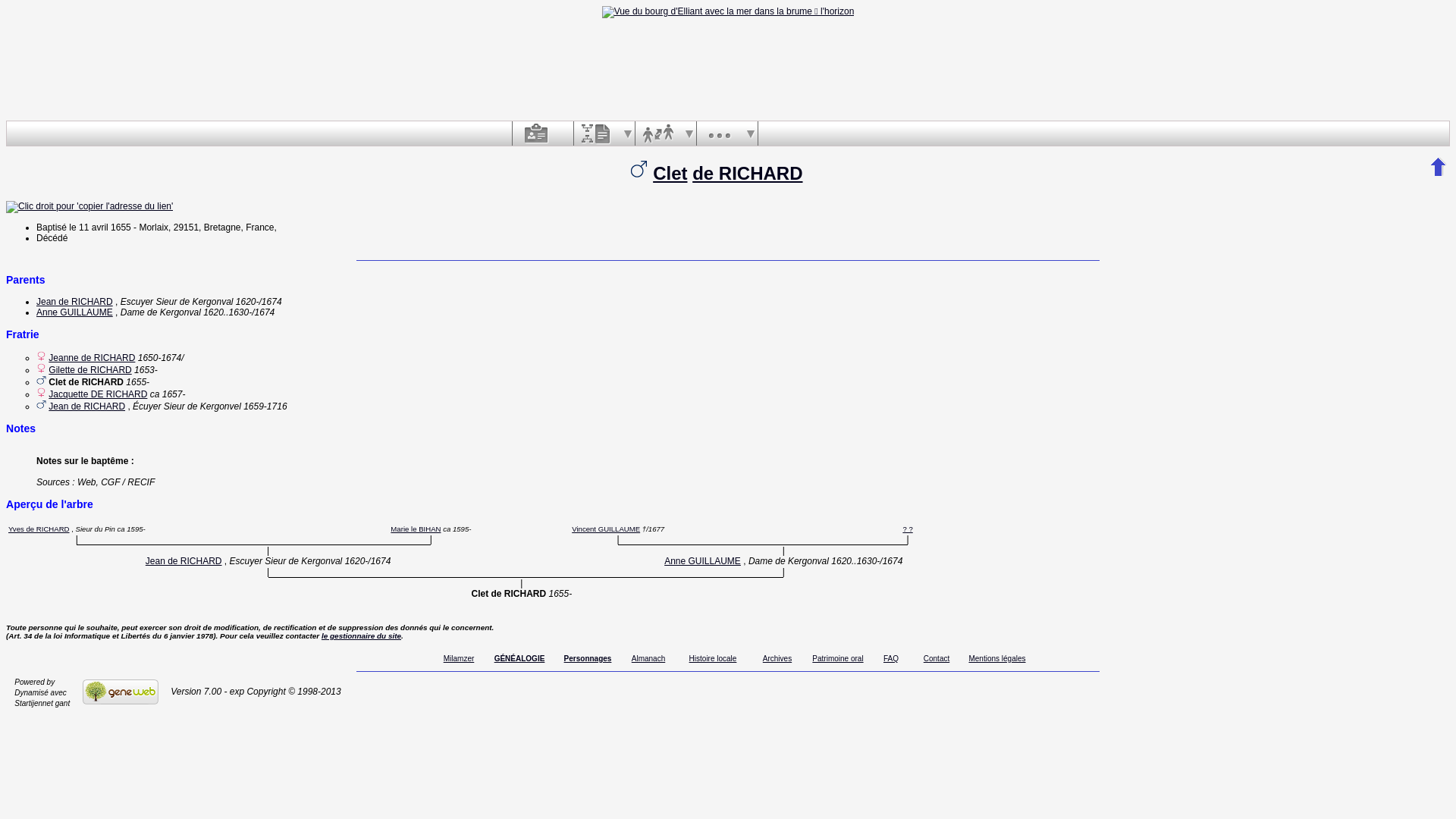 The width and height of the screenshot is (1456, 819). Describe the element at coordinates (39, 528) in the screenshot. I see `'Yves de RICHARD'` at that location.